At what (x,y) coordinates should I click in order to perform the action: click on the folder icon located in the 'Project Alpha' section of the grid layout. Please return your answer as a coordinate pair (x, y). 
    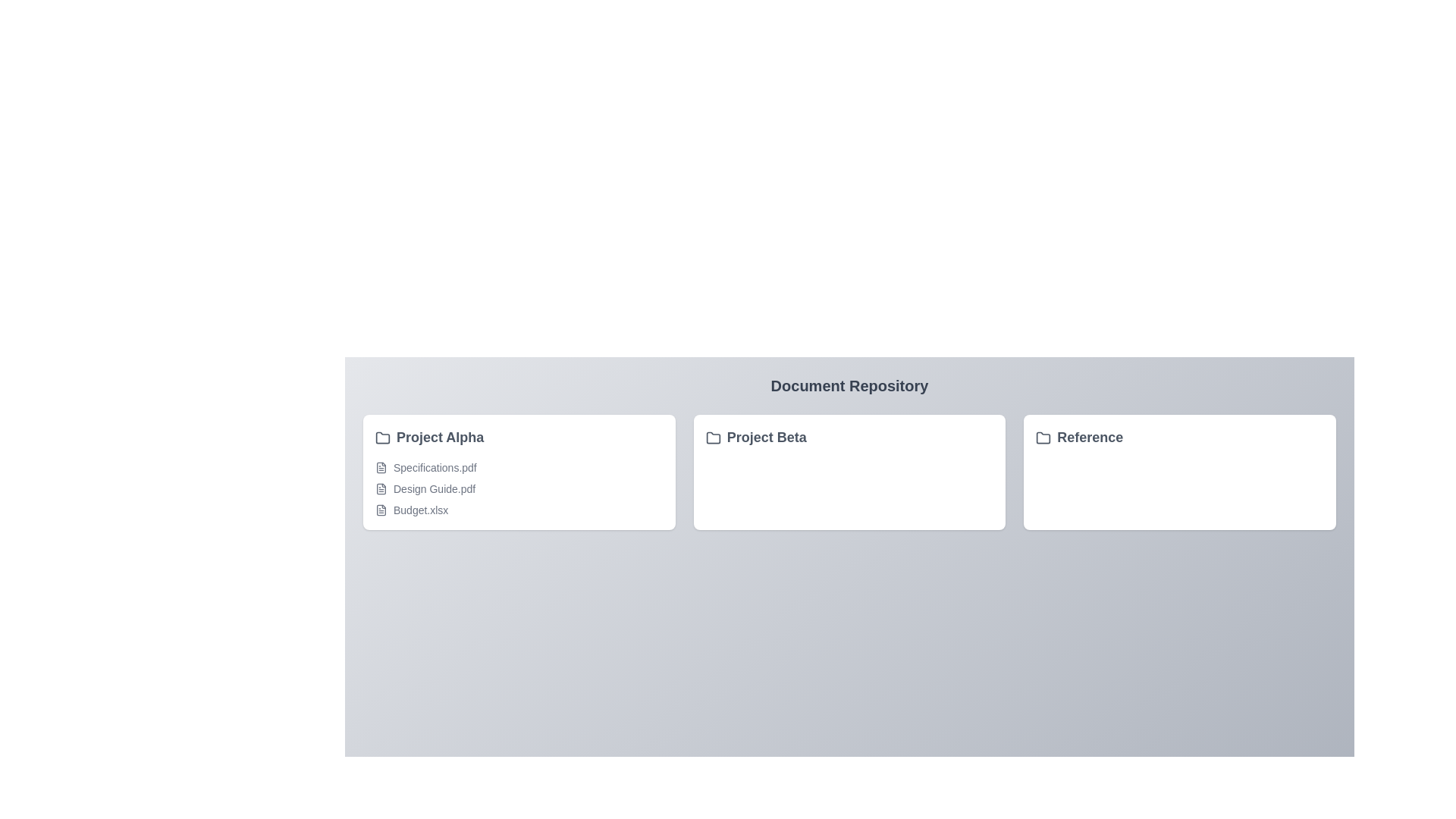
    Looking at the image, I should click on (382, 438).